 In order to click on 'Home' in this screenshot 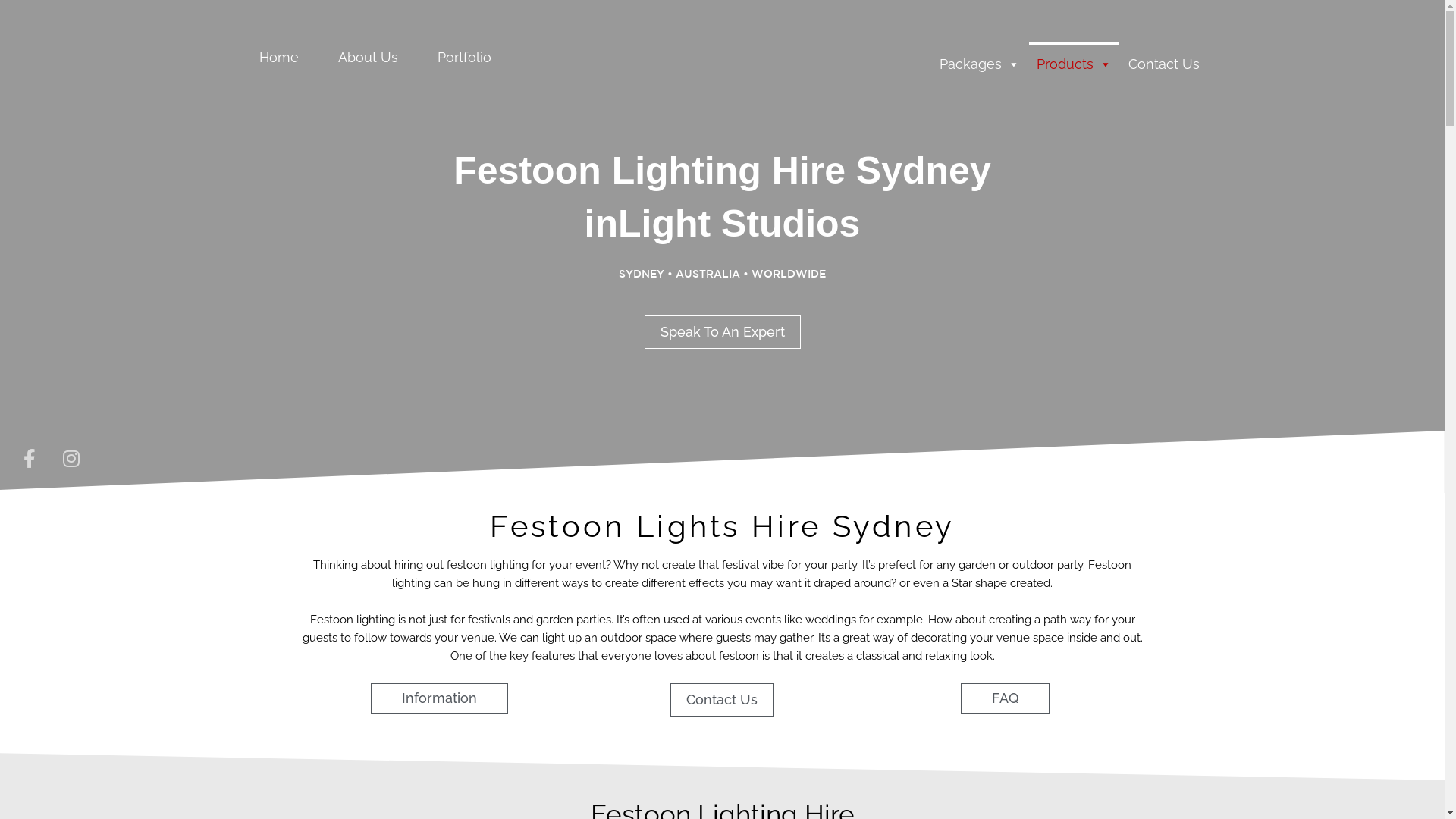, I will do `click(239, 57)`.